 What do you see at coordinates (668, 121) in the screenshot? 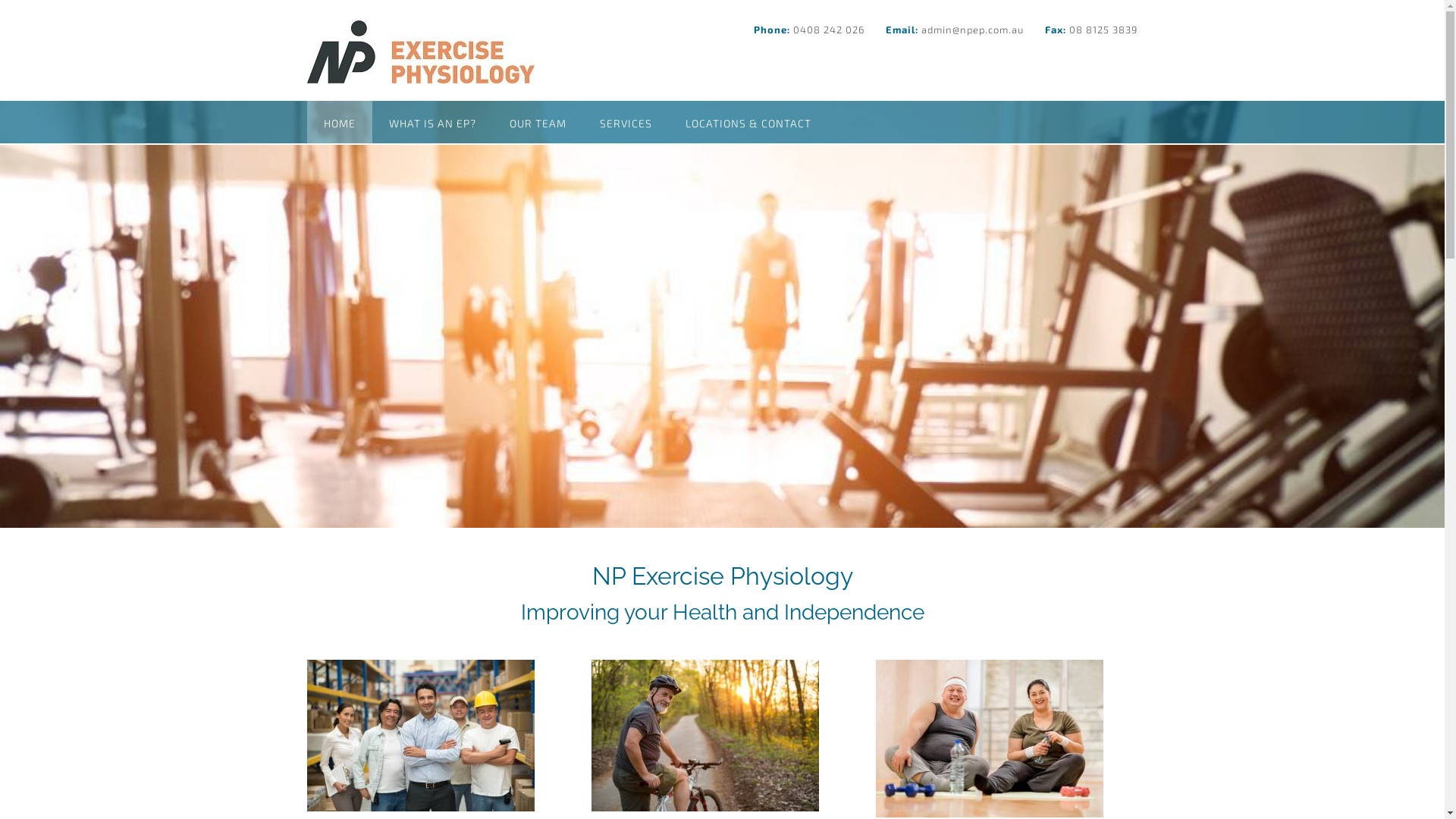
I see `'LOCATIONS & CONTACT'` at bounding box center [668, 121].